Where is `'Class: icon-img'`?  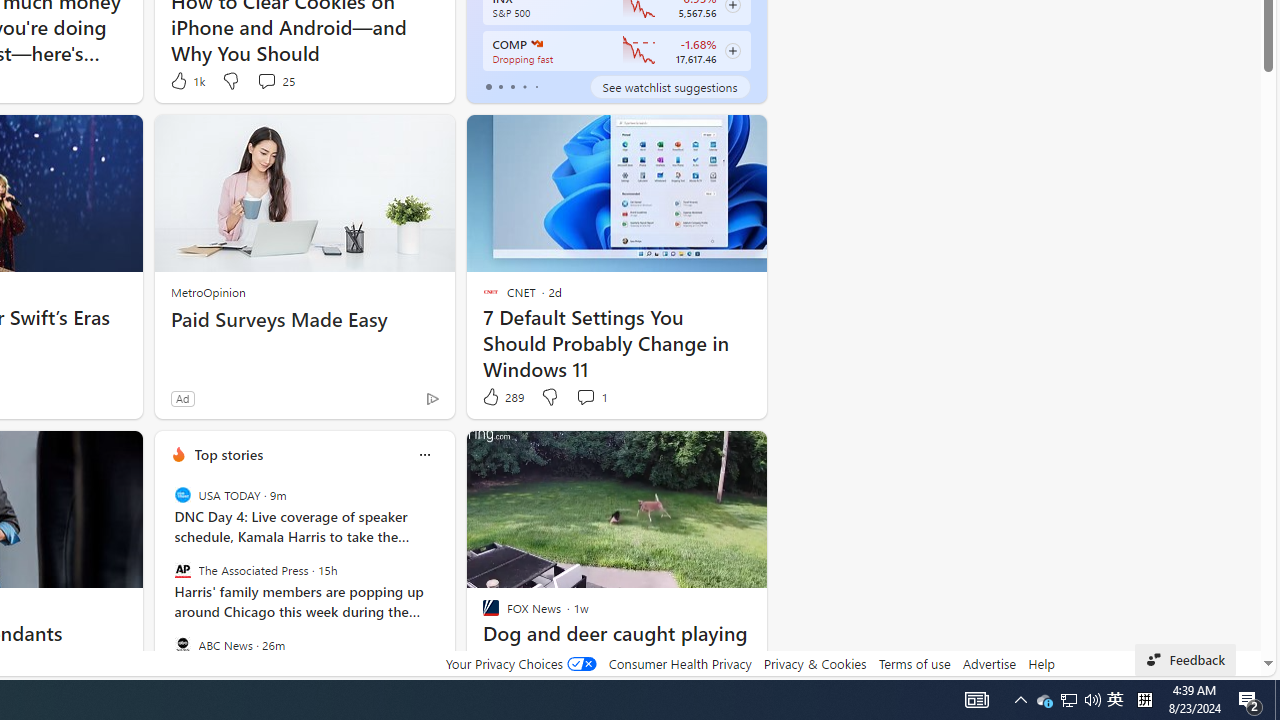
'Class: icon-img' is located at coordinates (423, 455).